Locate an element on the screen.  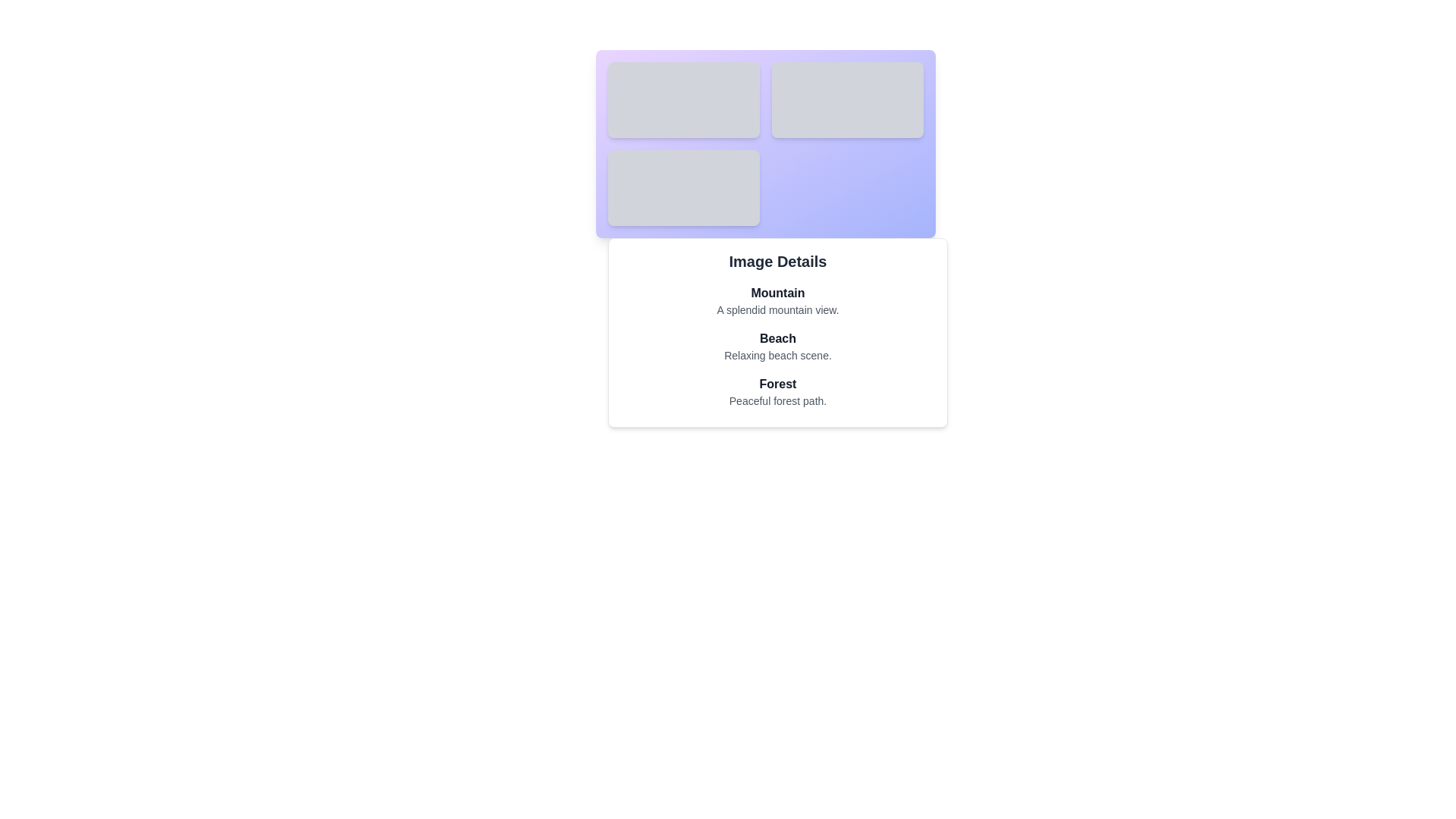
text from the 'Beach' text block, which is the second entry in the 'Image Details' section, displaying bold black text 'Beach' and lighter gray text 'Relaxing beach scene.' is located at coordinates (778, 346).